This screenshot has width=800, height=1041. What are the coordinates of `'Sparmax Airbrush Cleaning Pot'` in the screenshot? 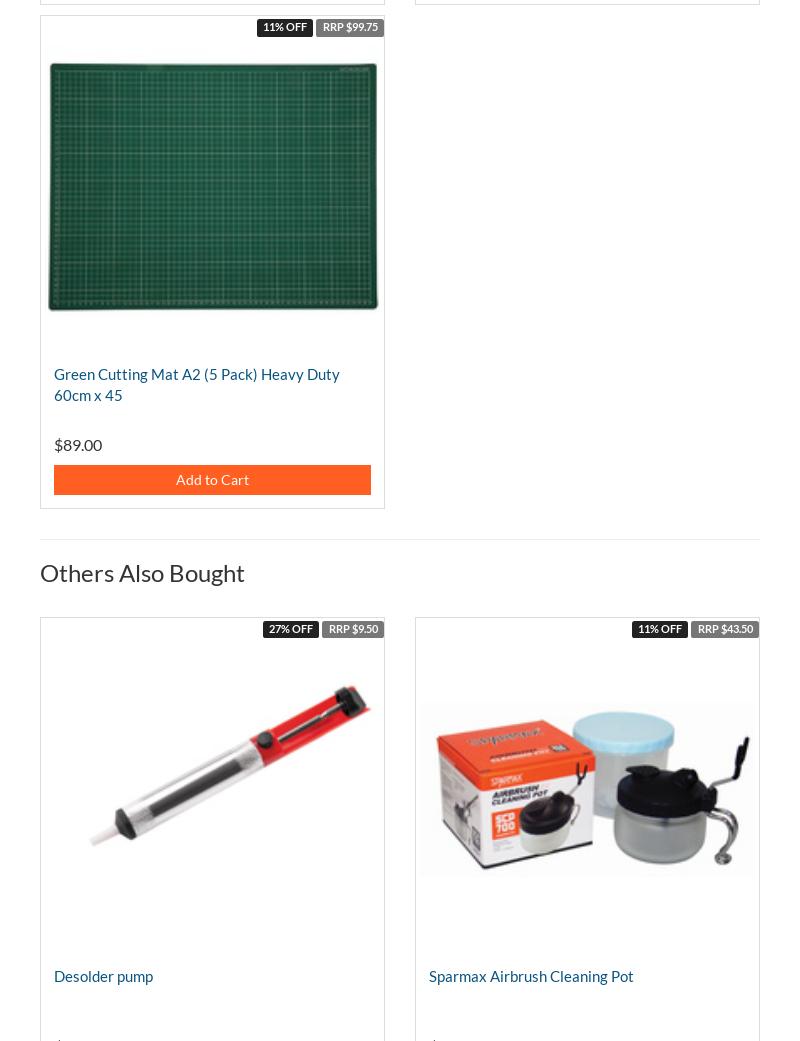 It's located at (530, 975).